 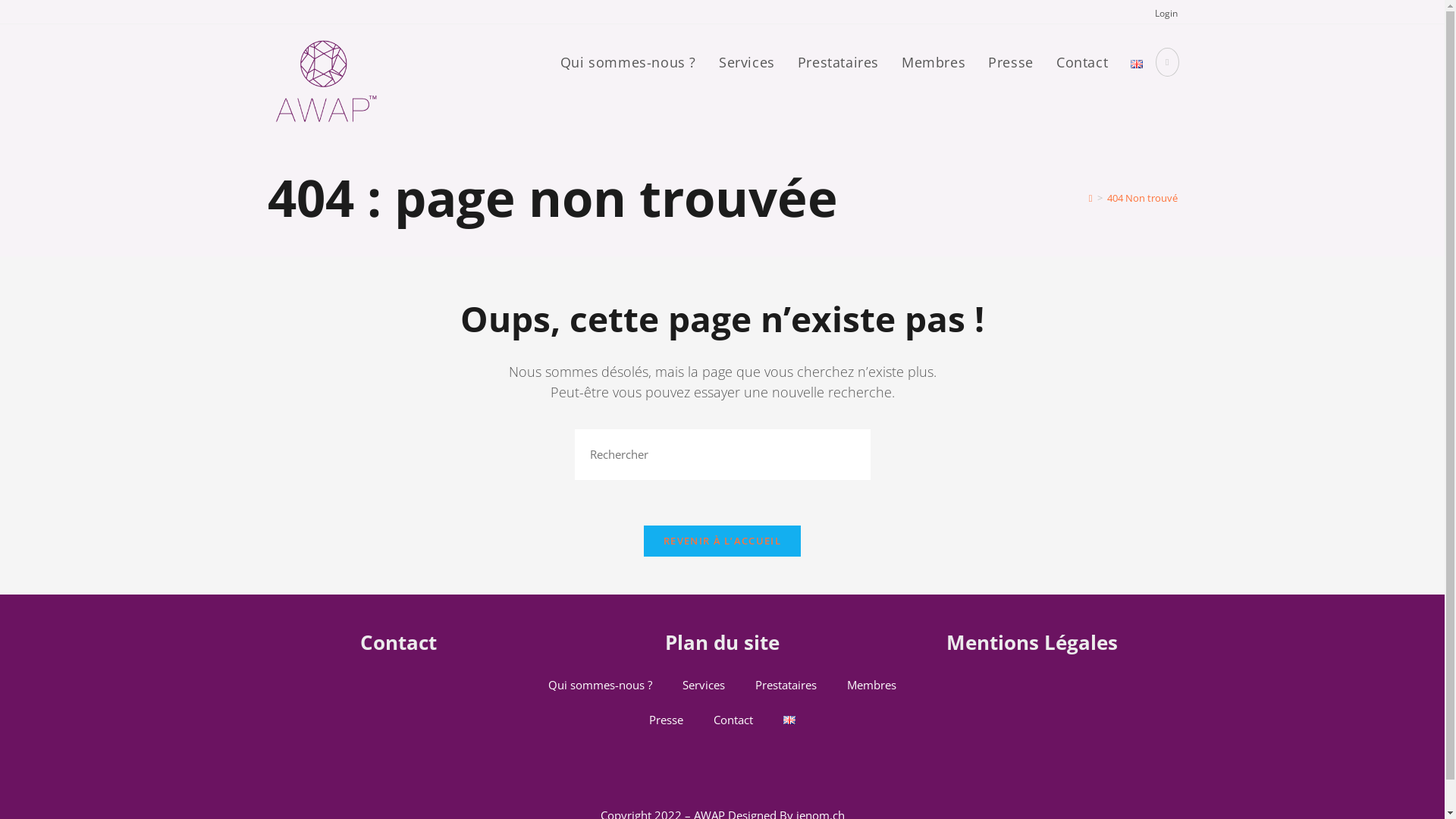 I want to click on 'Membres', so click(x=871, y=684).